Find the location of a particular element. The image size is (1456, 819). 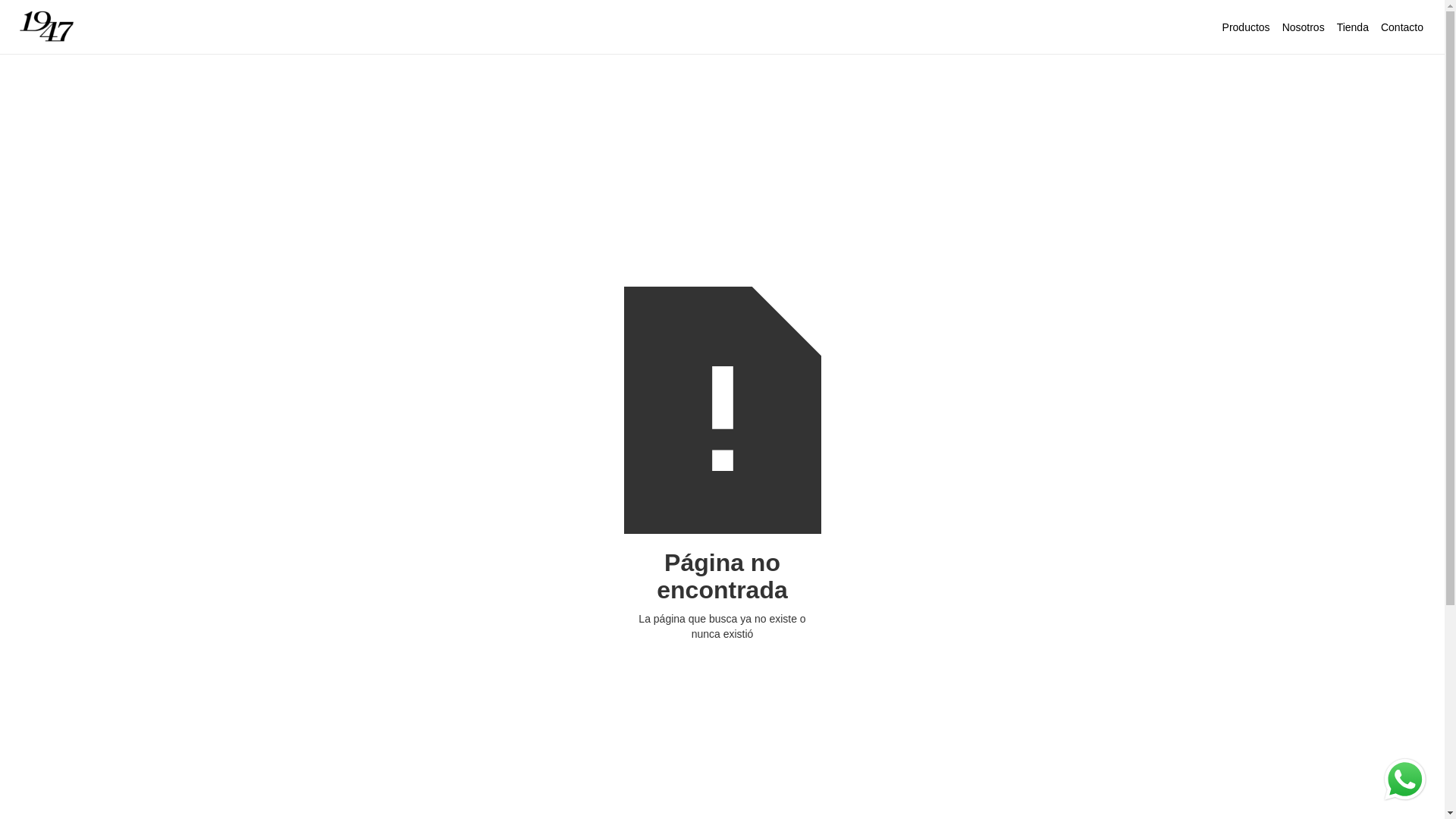

'Contacto' is located at coordinates (1401, 27).